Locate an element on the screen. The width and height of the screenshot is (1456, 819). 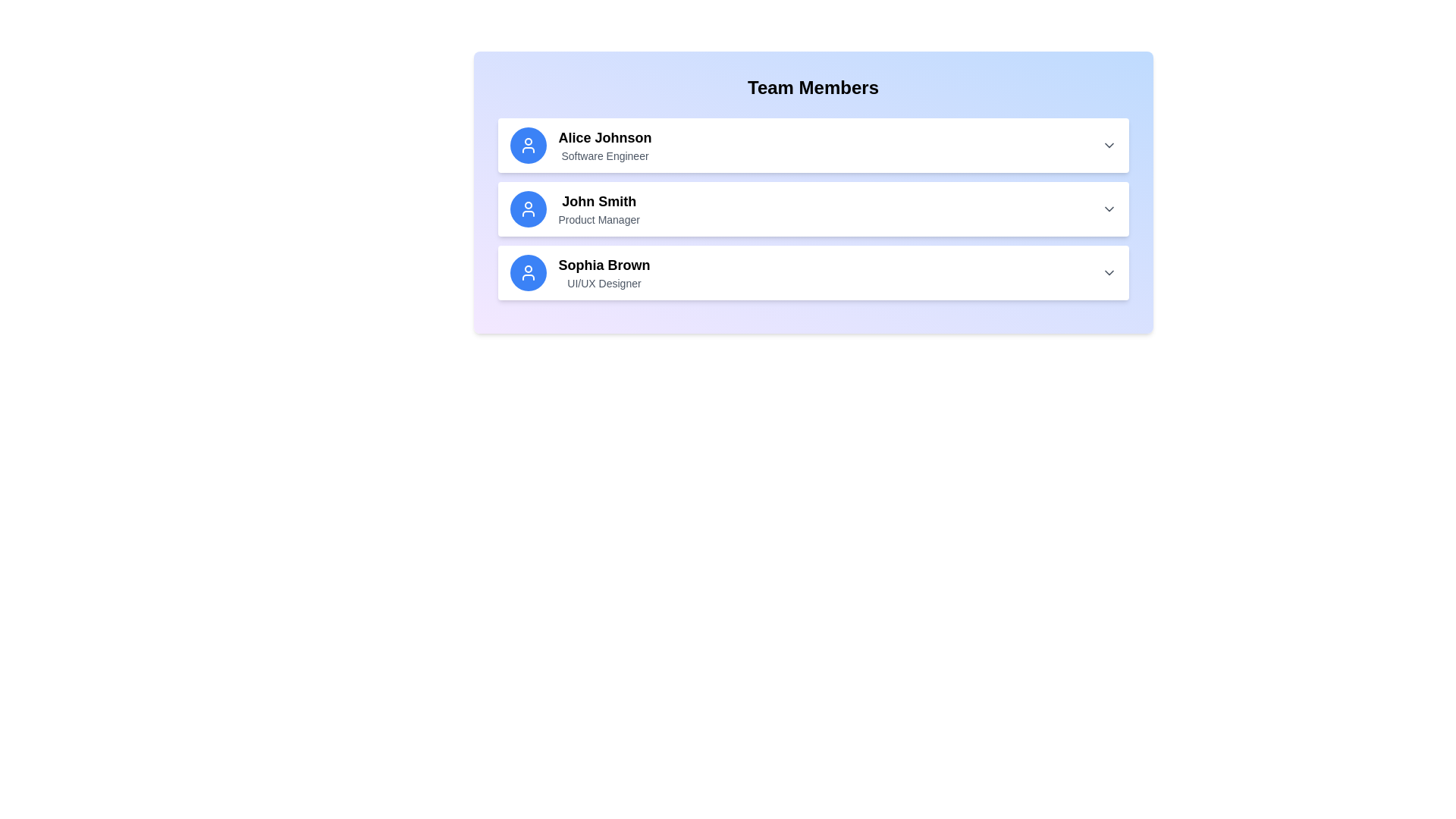
the Decorative Icon, which is a circular person symbol with a head and shoulders inside a blue circular background, located to the left of the name 'Alice Johnson' in the 'Team Members' section is located at coordinates (528, 146).